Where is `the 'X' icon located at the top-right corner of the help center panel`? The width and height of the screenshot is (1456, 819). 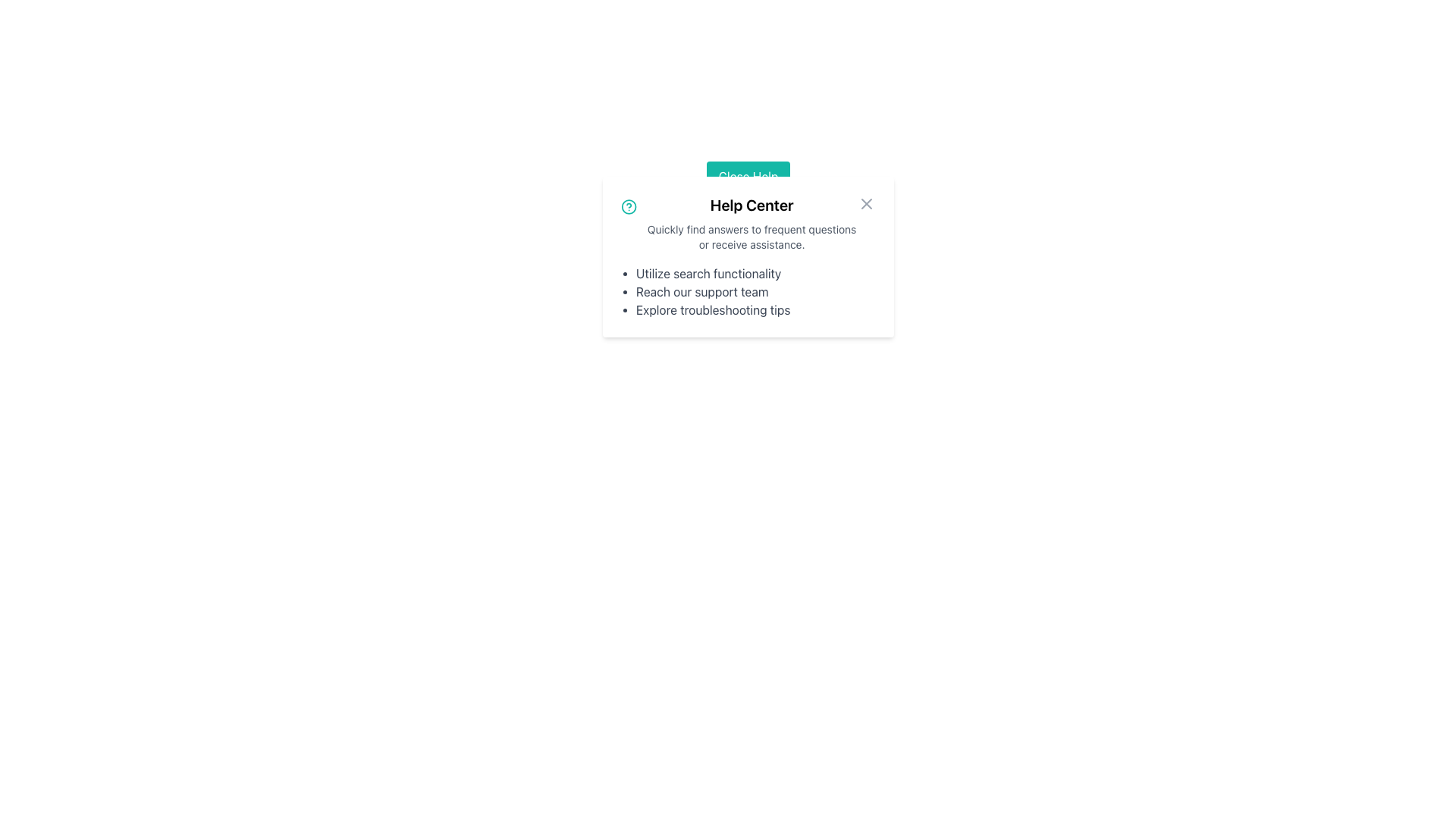
the 'X' icon located at the top-right corner of the help center panel is located at coordinates (866, 203).